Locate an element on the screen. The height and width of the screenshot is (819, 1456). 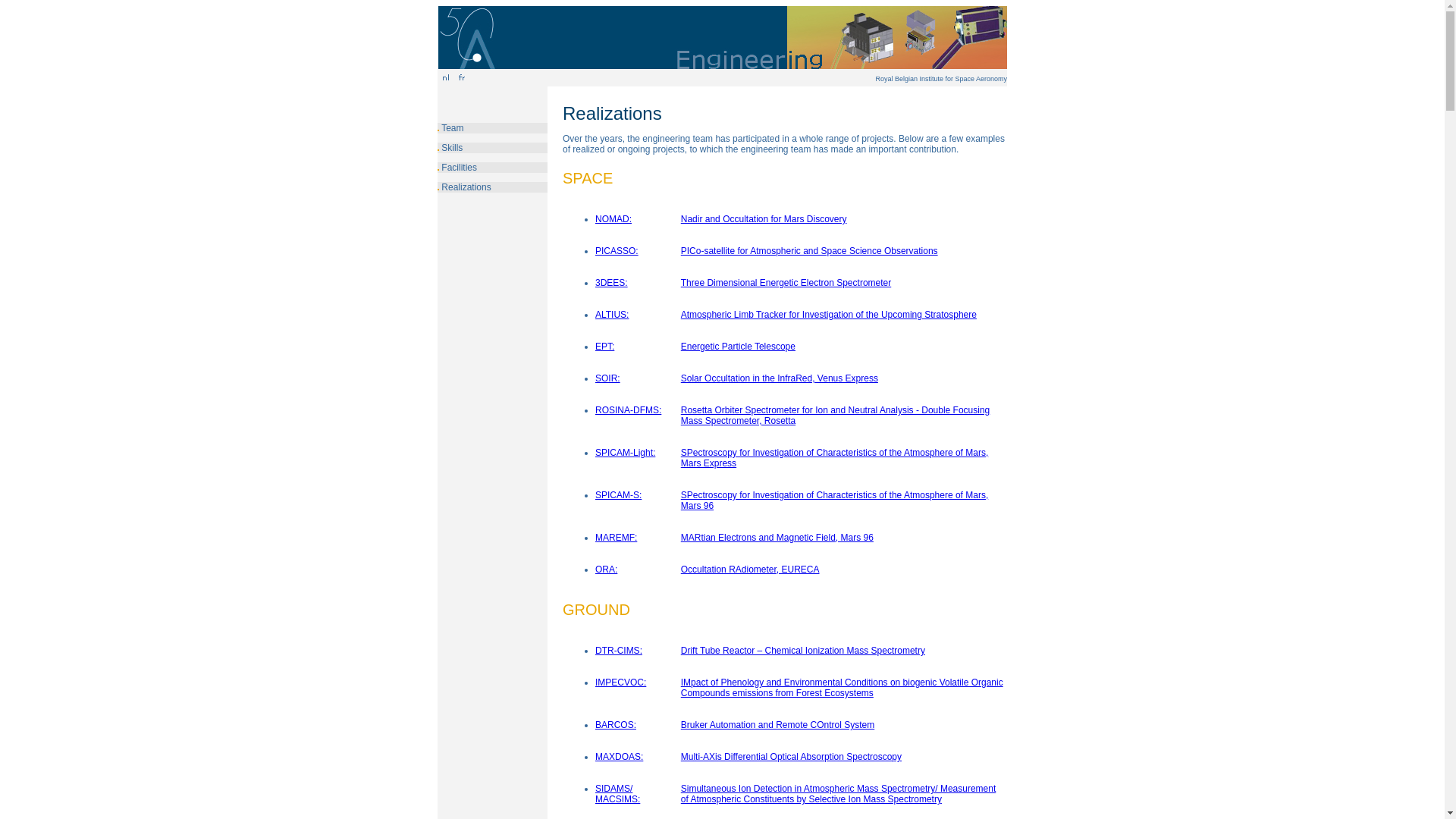
'Multi-AXis Differential Optical Absorption Spectroscopy' is located at coordinates (790, 757).